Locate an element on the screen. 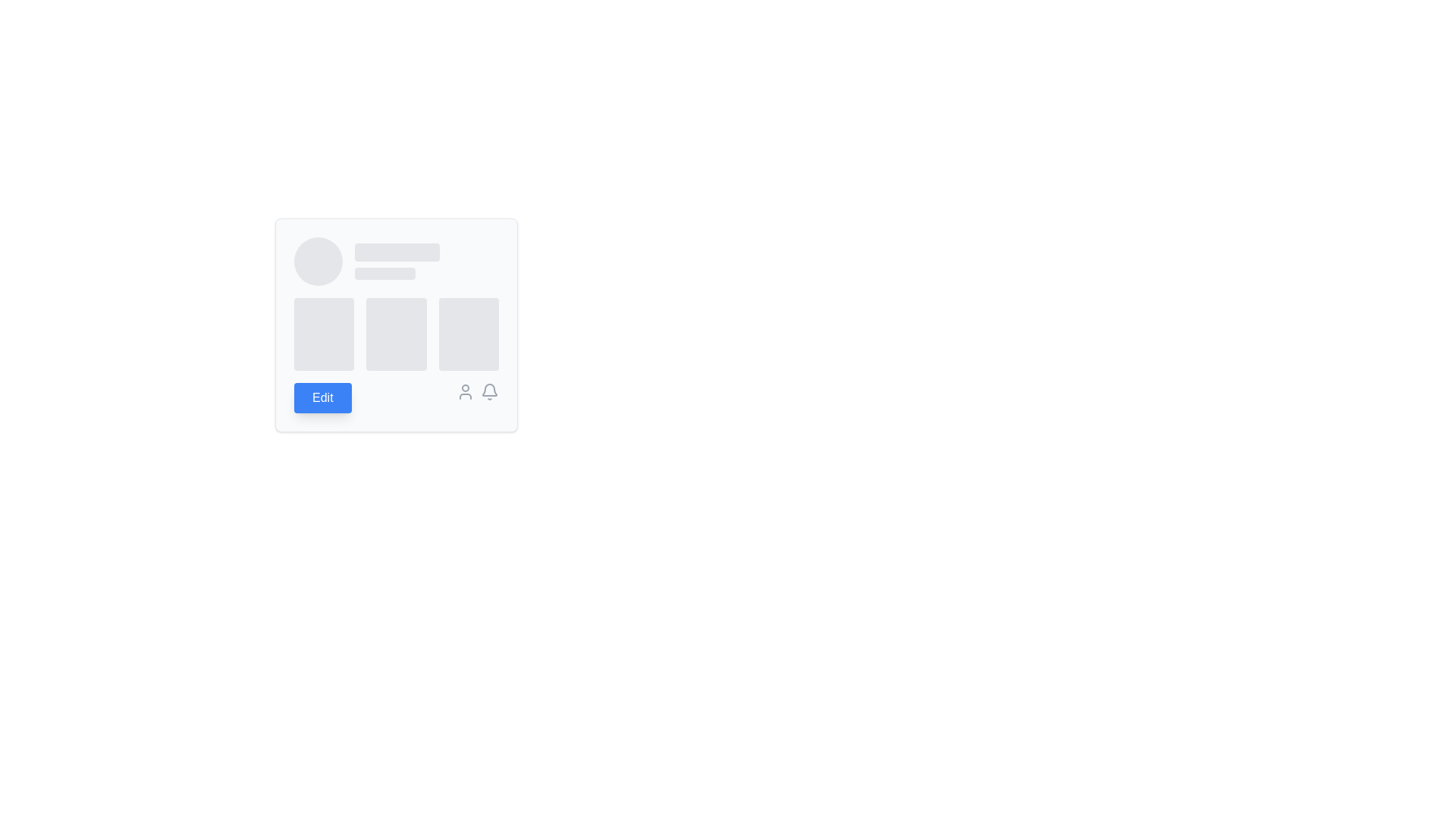 The width and height of the screenshot is (1456, 819). the Placeholder box, which is a rectangular box with rounded corners and a uniform light gray color, positioned as the second box in a row of three boxes is located at coordinates (397, 333).